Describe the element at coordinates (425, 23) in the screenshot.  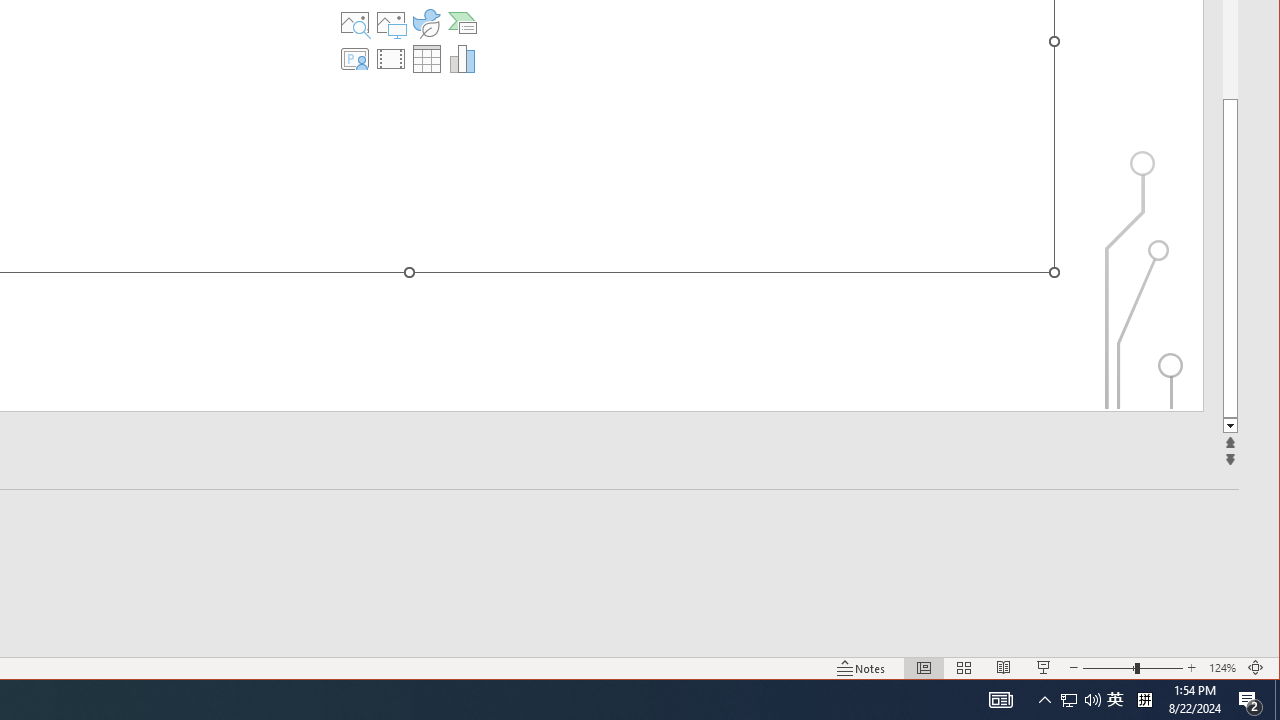
I see `'Insert an Icon'` at that location.